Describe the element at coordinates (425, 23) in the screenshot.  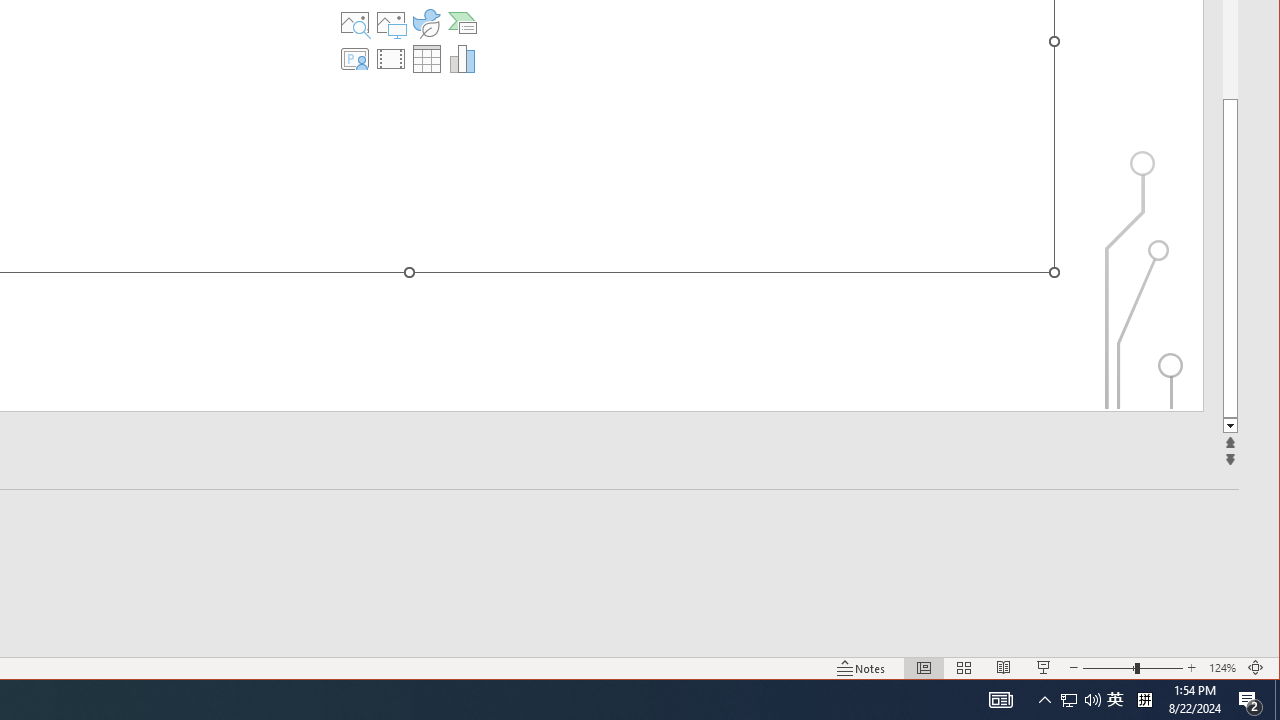
I see `'Insert an Icon'` at that location.